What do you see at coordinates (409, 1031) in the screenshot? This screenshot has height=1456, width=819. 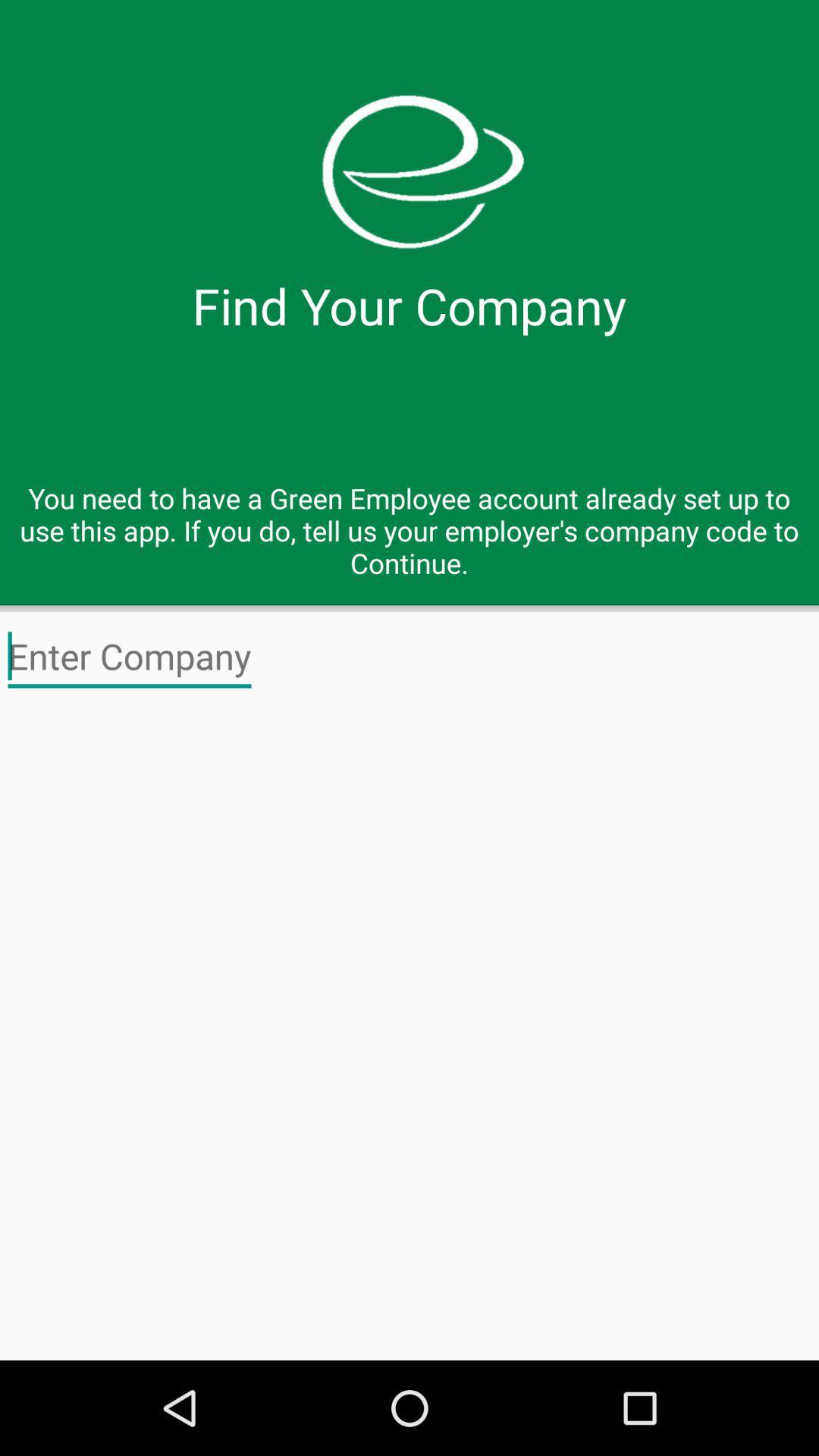 I see `the icon at the bottom` at bounding box center [409, 1031].